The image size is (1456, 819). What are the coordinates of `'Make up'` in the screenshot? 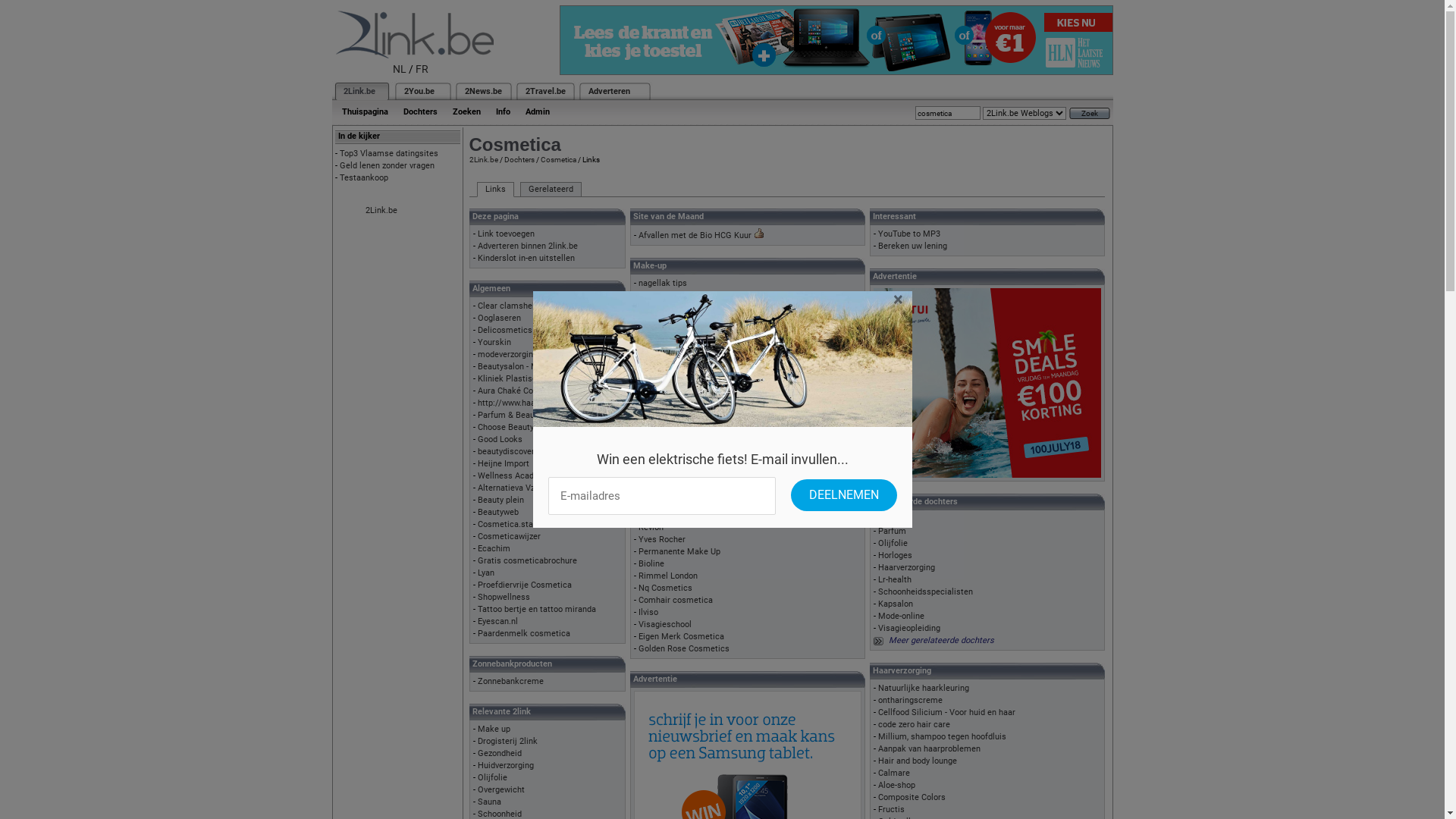 It's located at (494, 728).